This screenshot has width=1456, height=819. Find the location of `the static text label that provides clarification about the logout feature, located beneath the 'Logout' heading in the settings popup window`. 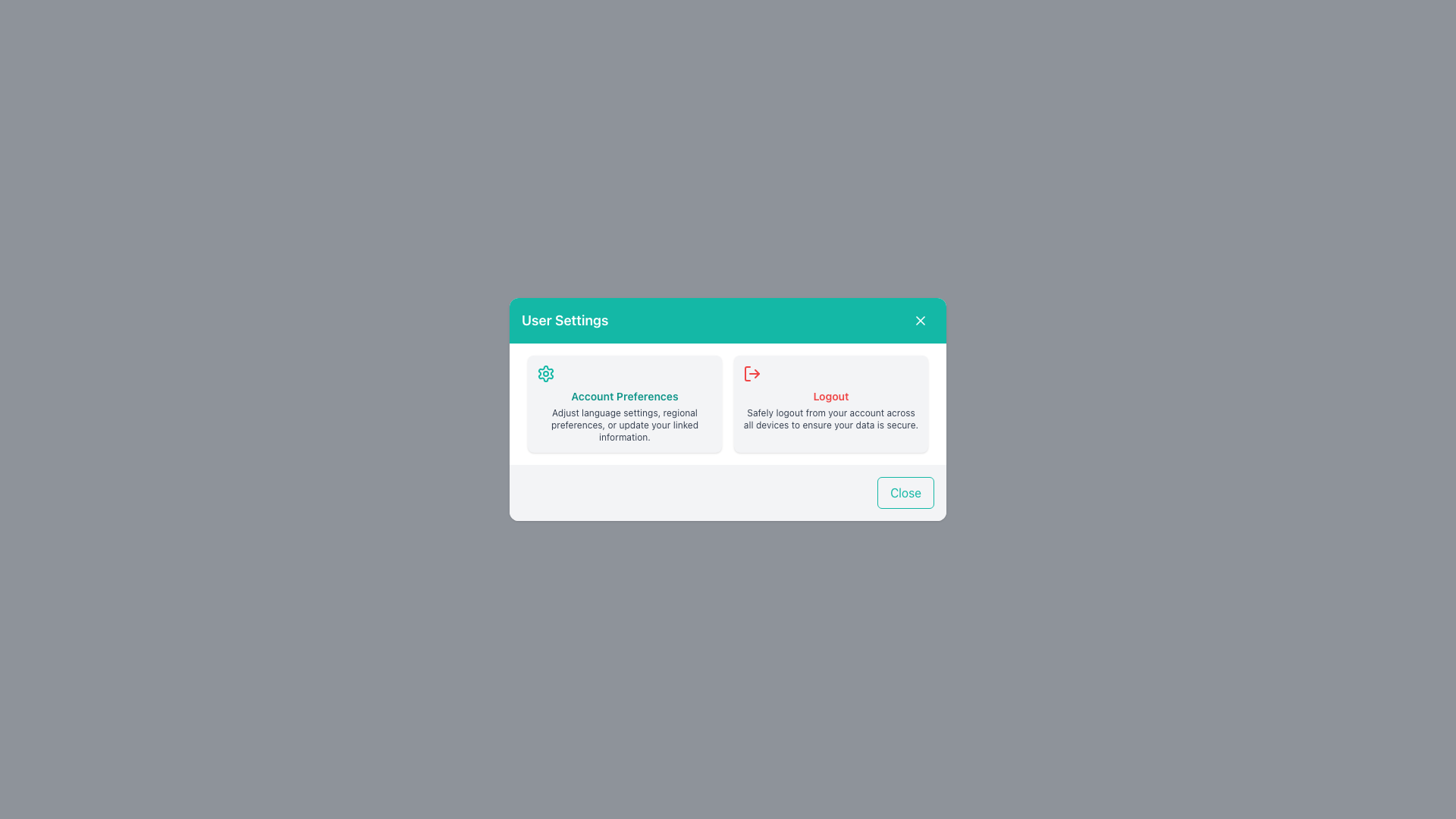

the static text label that provides clarification about the logout feature, located beneath the 'Logout' heading in the settings popup window is located at coordinates (830, 419).